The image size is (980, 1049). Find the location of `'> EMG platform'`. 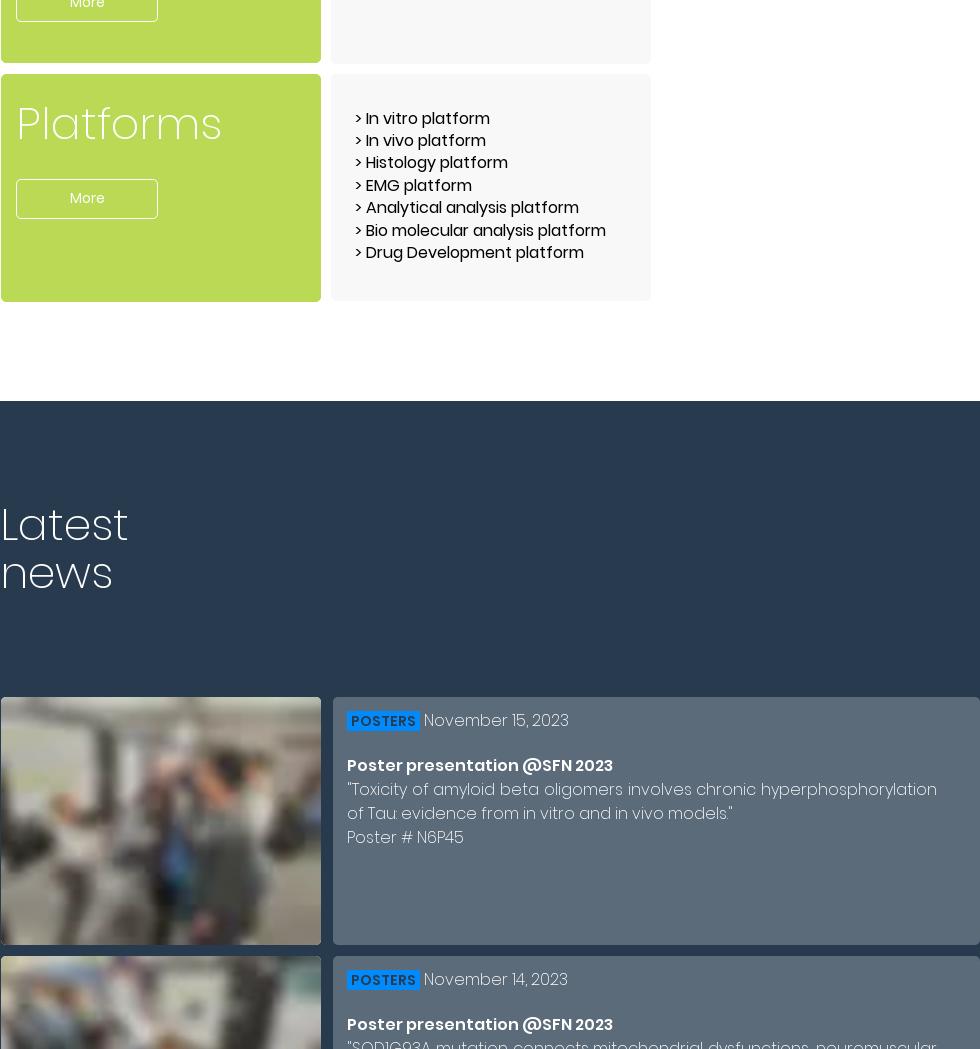

'> EMG platform' is located at coordinates (413, 183).